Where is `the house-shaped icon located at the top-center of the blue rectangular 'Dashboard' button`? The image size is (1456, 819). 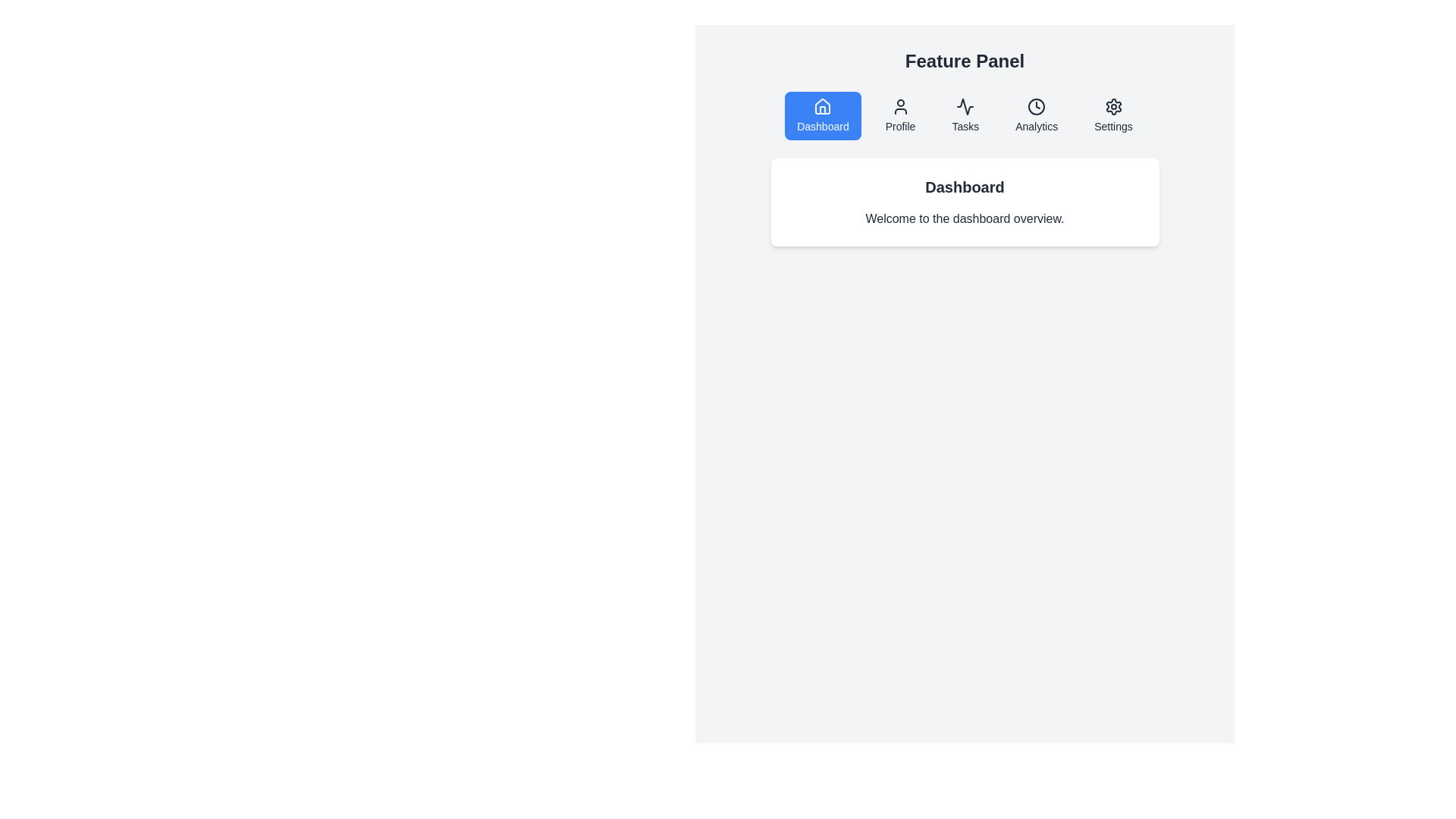
the house-shaped icon located at the top-center of the blue rectangular 'Dashboard' button is located at coordinates (822, 106).